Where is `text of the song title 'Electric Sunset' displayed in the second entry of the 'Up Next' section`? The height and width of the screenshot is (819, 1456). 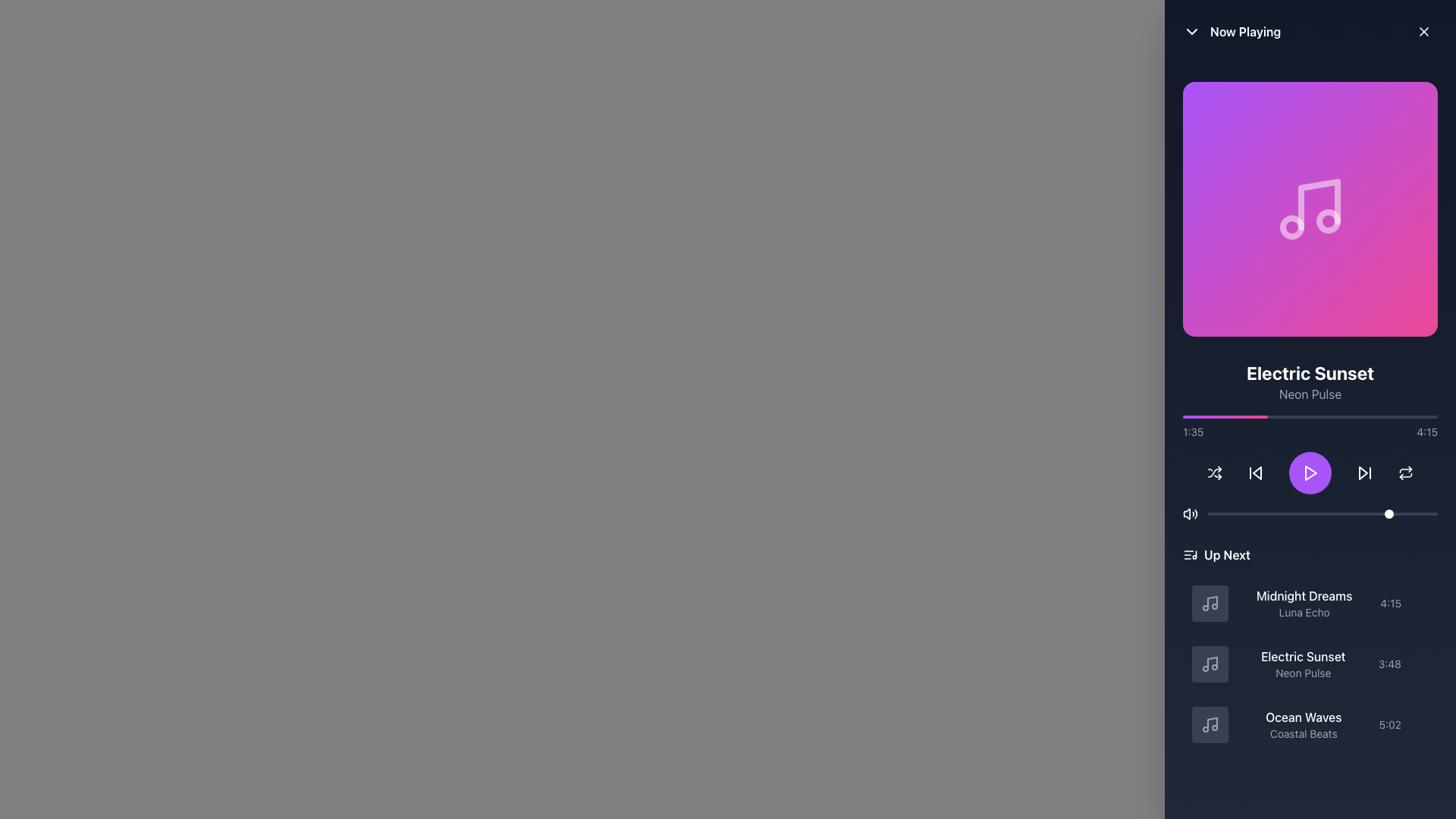 text of the song title 'Electric Sunset' displayed in the second entry of the 'Up Next' section is located at coordinates (1302, 656).